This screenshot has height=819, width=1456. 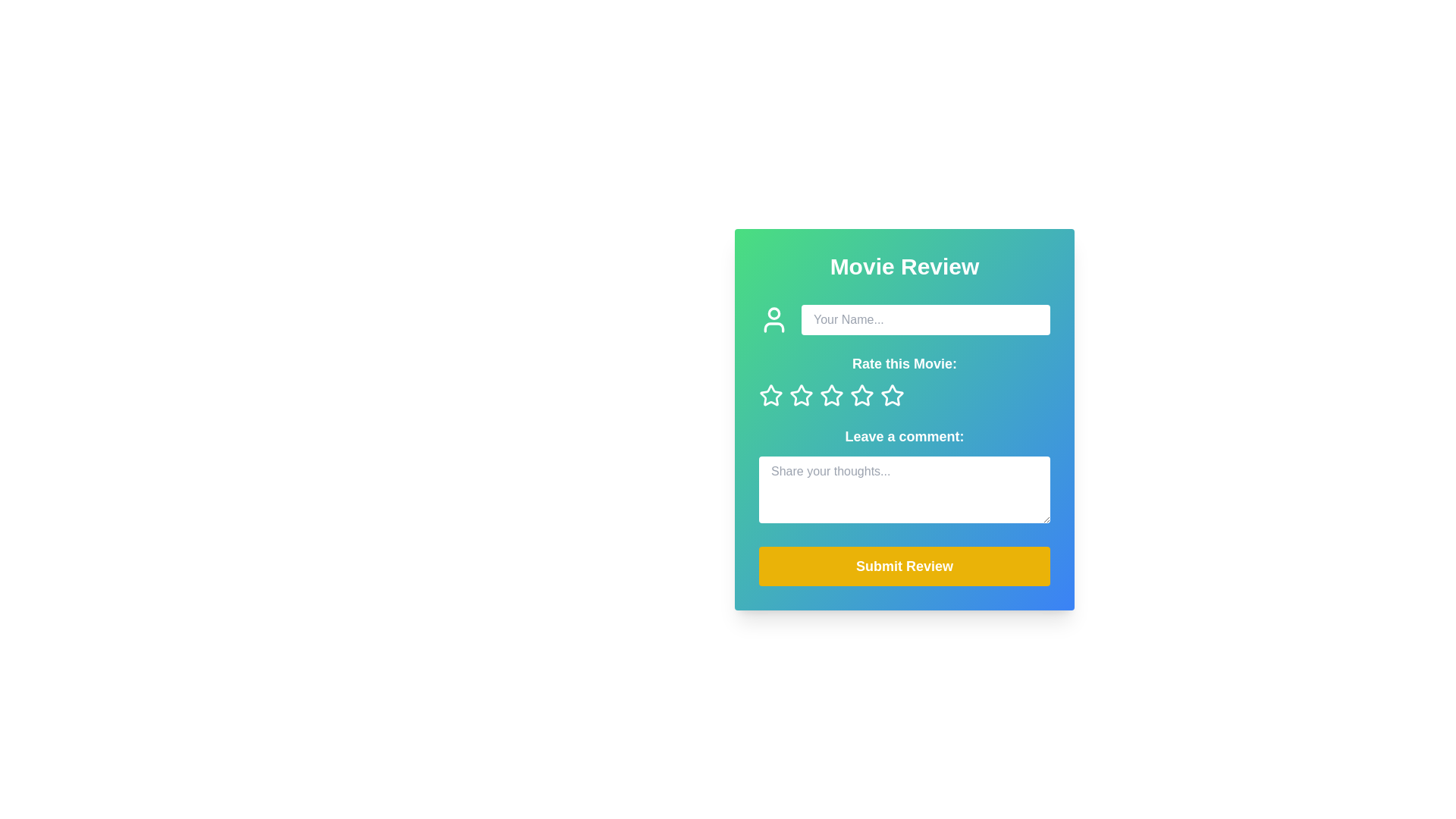 What do you see at coordinates (800, 394) in the screenshot?
I see `the second star in the rating row within the 'Rate this Movie' section` at bounding box center [800, 394].